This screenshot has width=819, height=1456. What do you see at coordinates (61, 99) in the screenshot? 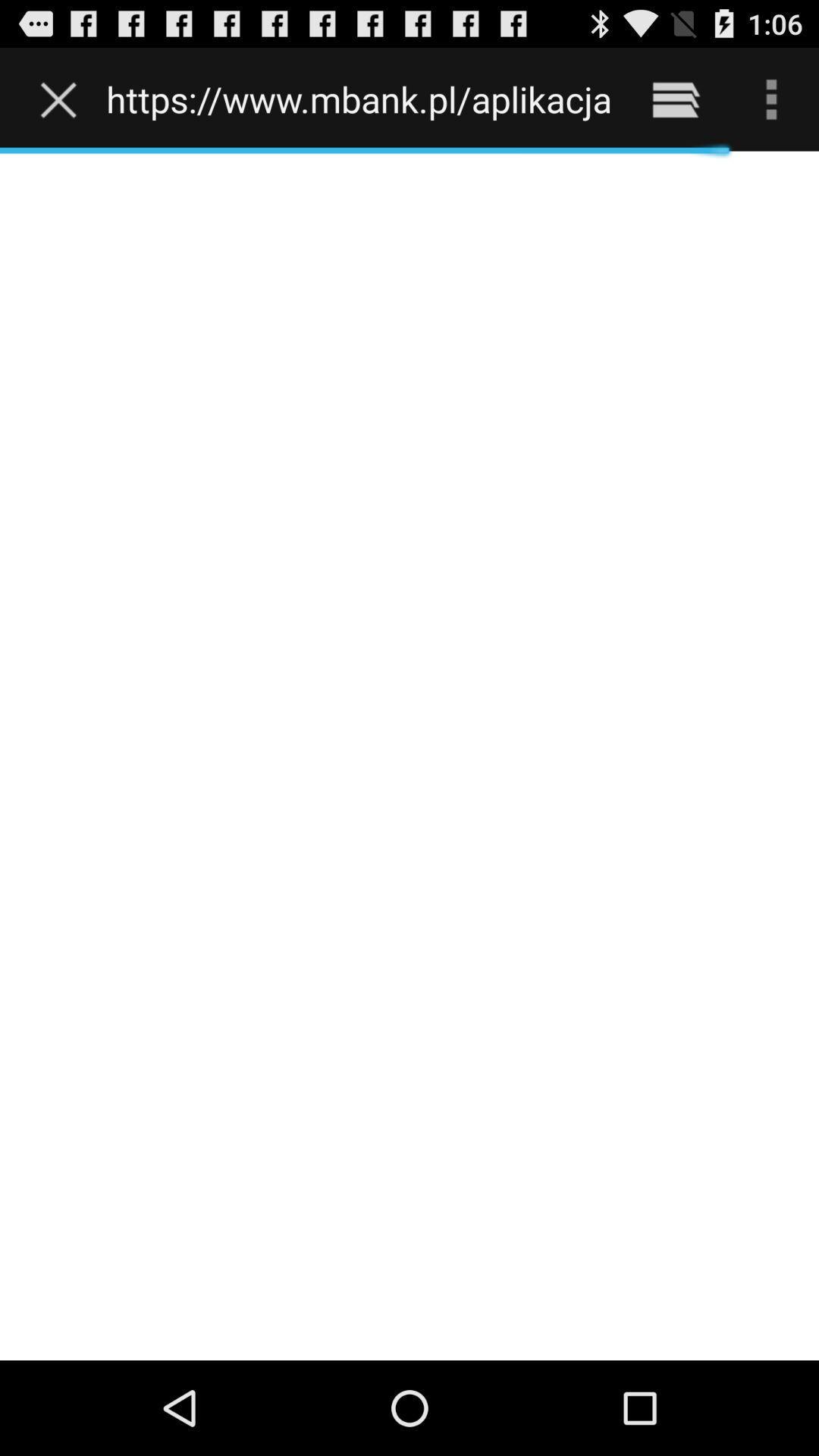
I see `icon at the top left corner` at bounding box center [61, 99].